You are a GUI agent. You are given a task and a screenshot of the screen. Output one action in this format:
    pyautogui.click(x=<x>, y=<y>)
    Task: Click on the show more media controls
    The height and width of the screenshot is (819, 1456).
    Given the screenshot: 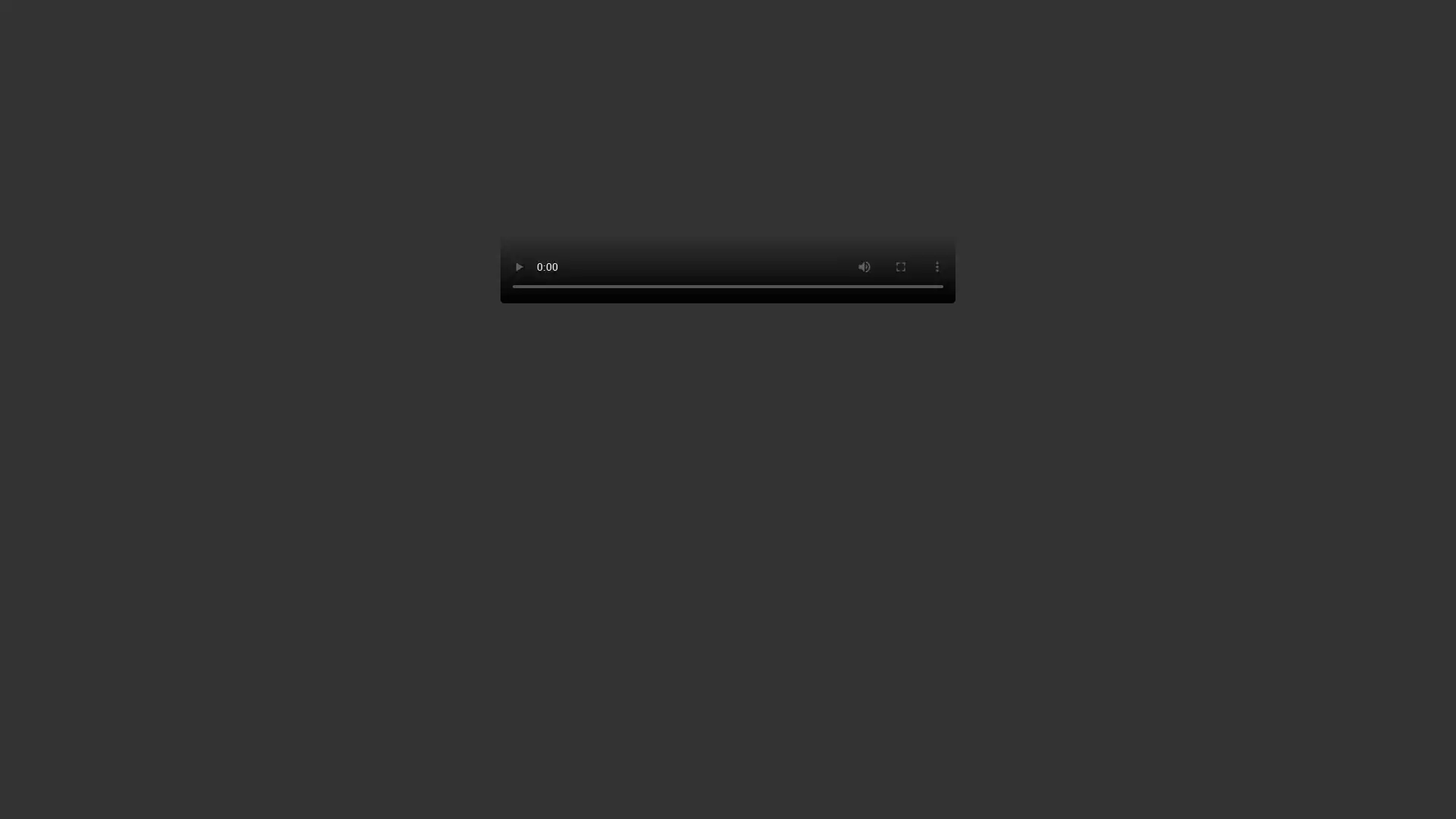 What is the action you would take?
    pyautogui.click(x=937, y=265)
    